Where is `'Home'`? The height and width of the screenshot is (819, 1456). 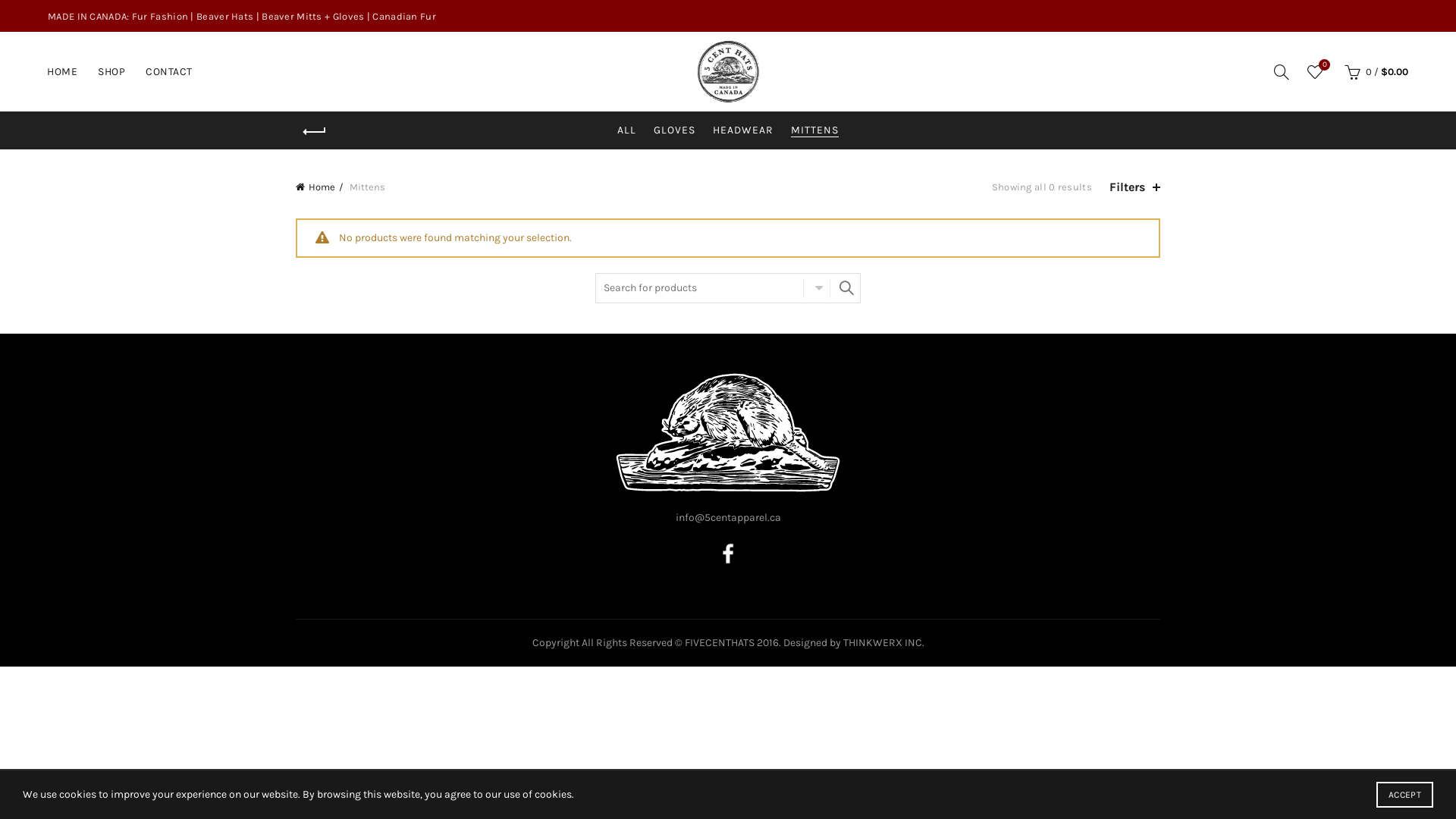 'Home' is located at coordinates (318, 186).